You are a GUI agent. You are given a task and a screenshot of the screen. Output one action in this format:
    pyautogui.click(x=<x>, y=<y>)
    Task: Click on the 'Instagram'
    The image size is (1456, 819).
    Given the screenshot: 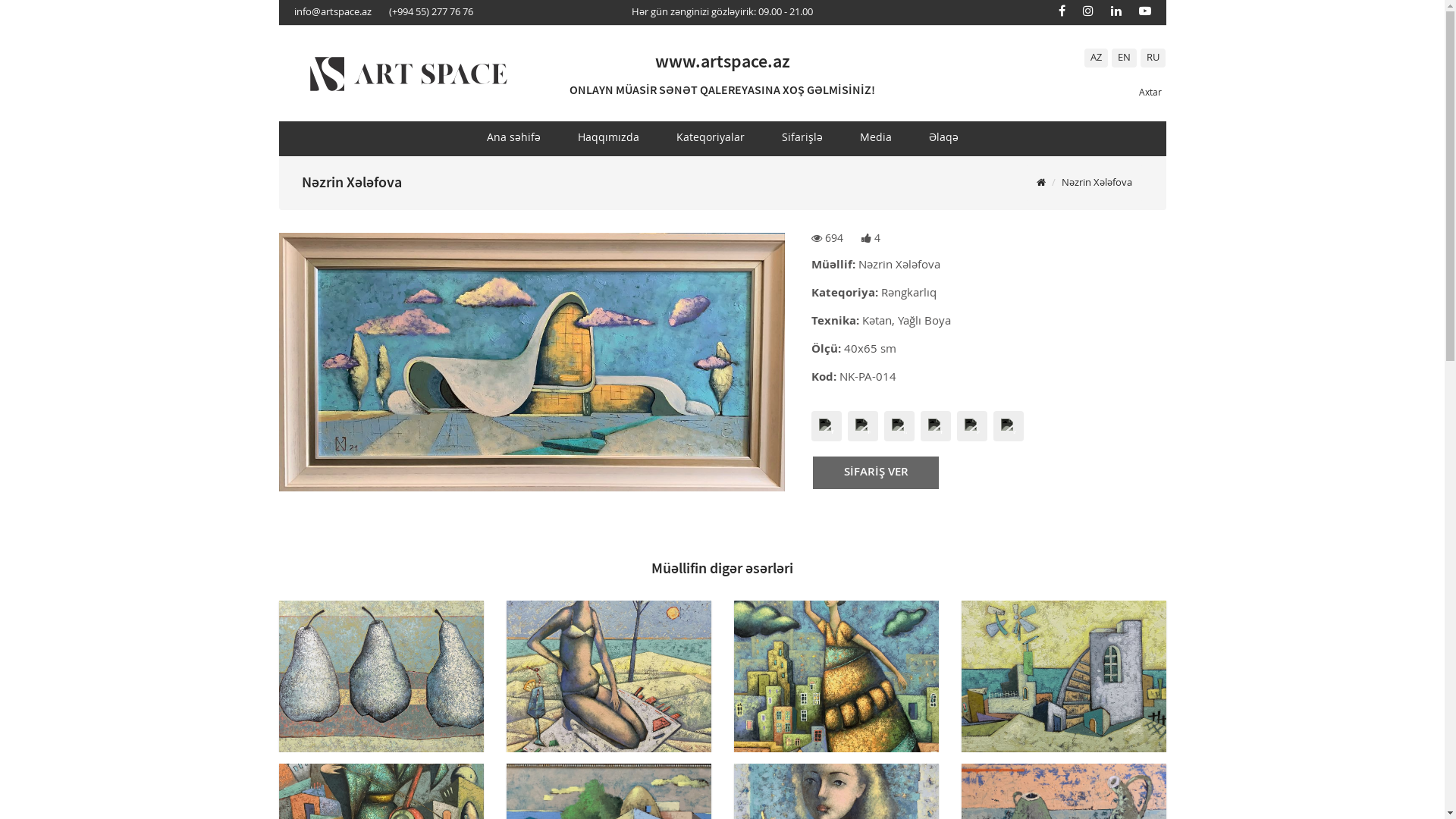 What is the action you would take?
    pyautogui.click(x=1087, y=11)
    